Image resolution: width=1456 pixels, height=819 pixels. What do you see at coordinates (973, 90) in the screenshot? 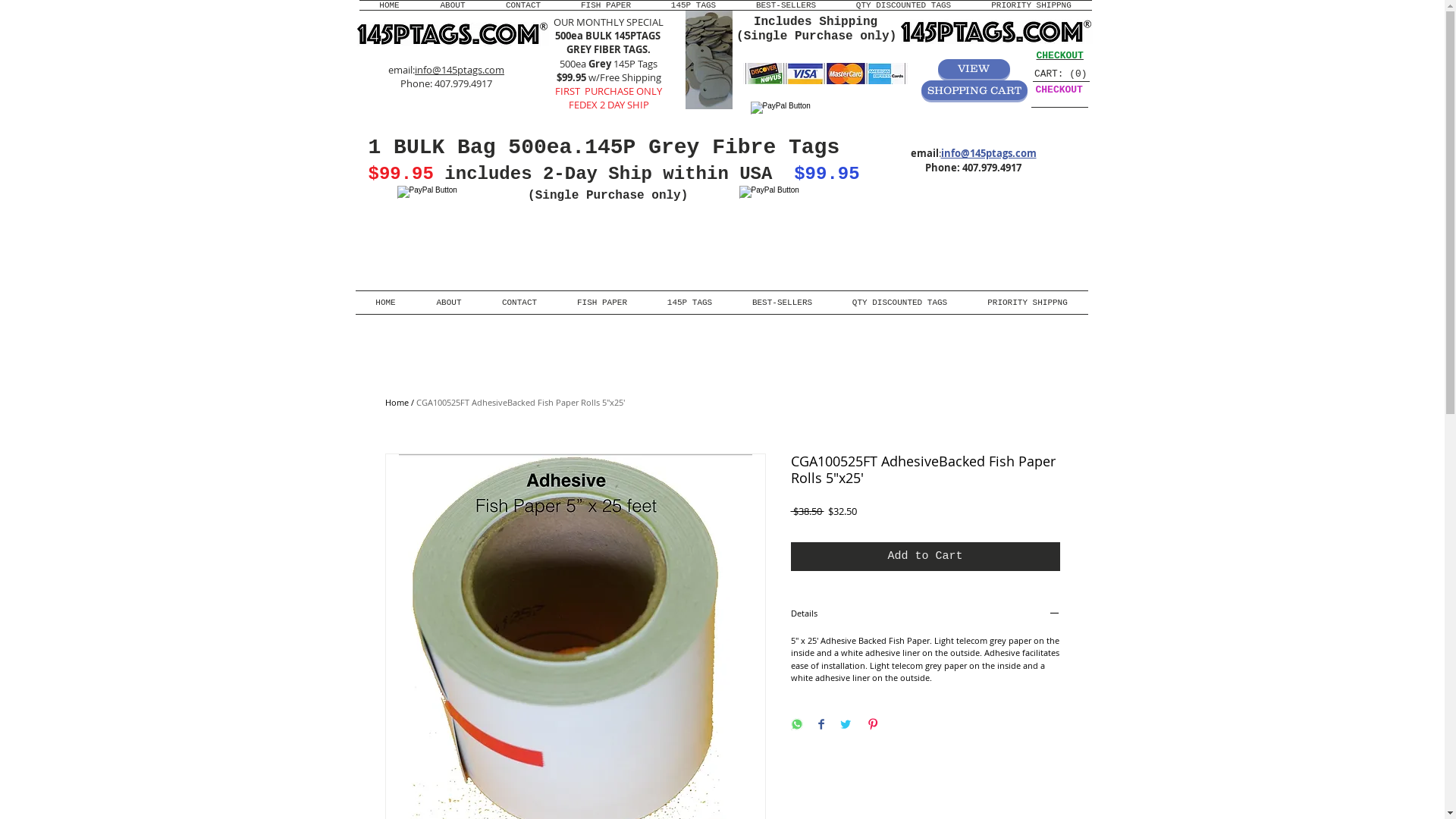
I see `'SHOPPING CART'` at bounding box center [973, 90].